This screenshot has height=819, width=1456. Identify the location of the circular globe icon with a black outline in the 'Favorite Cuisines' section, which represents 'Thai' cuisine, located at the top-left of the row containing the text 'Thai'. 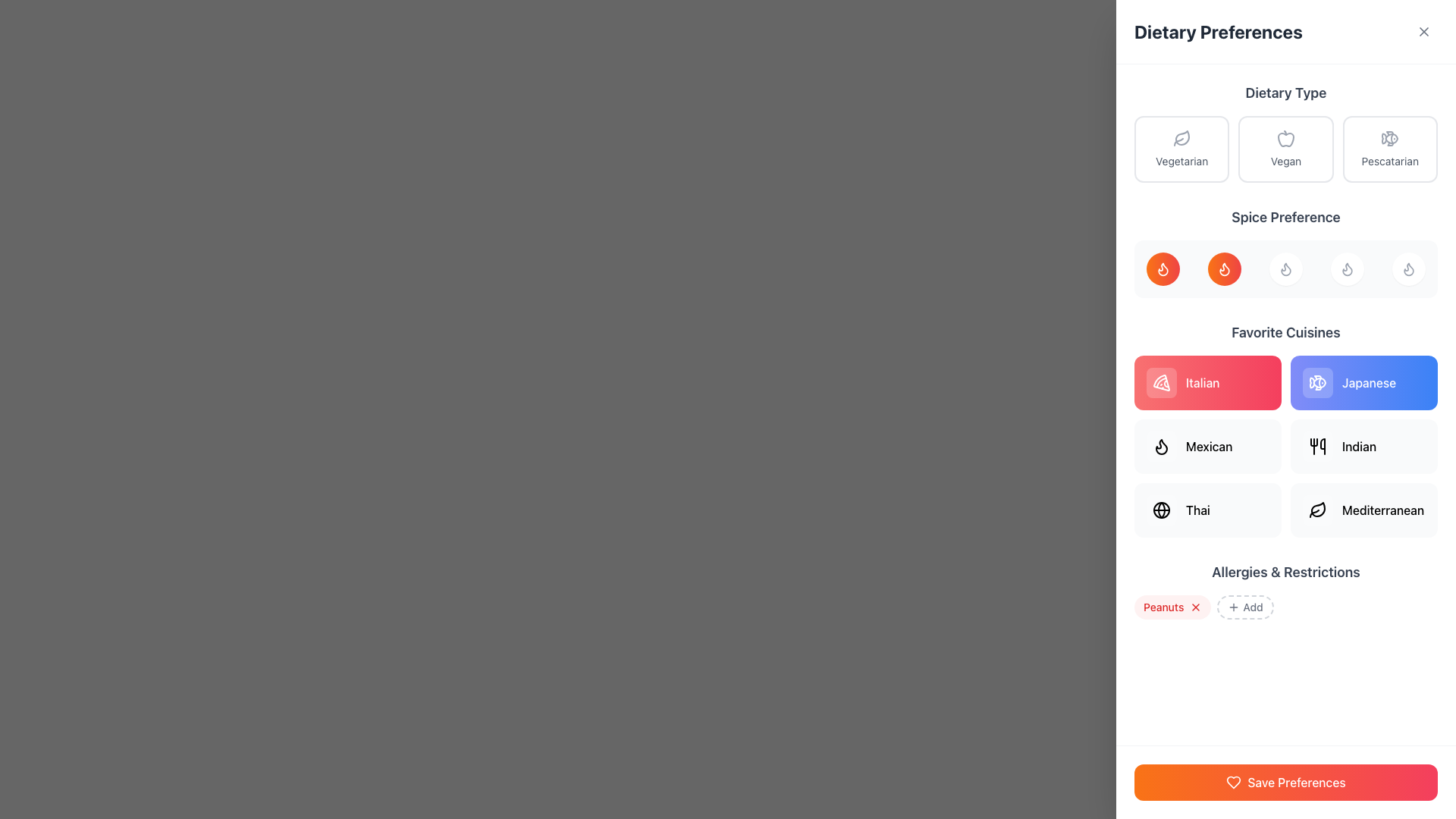
(1160, 510).